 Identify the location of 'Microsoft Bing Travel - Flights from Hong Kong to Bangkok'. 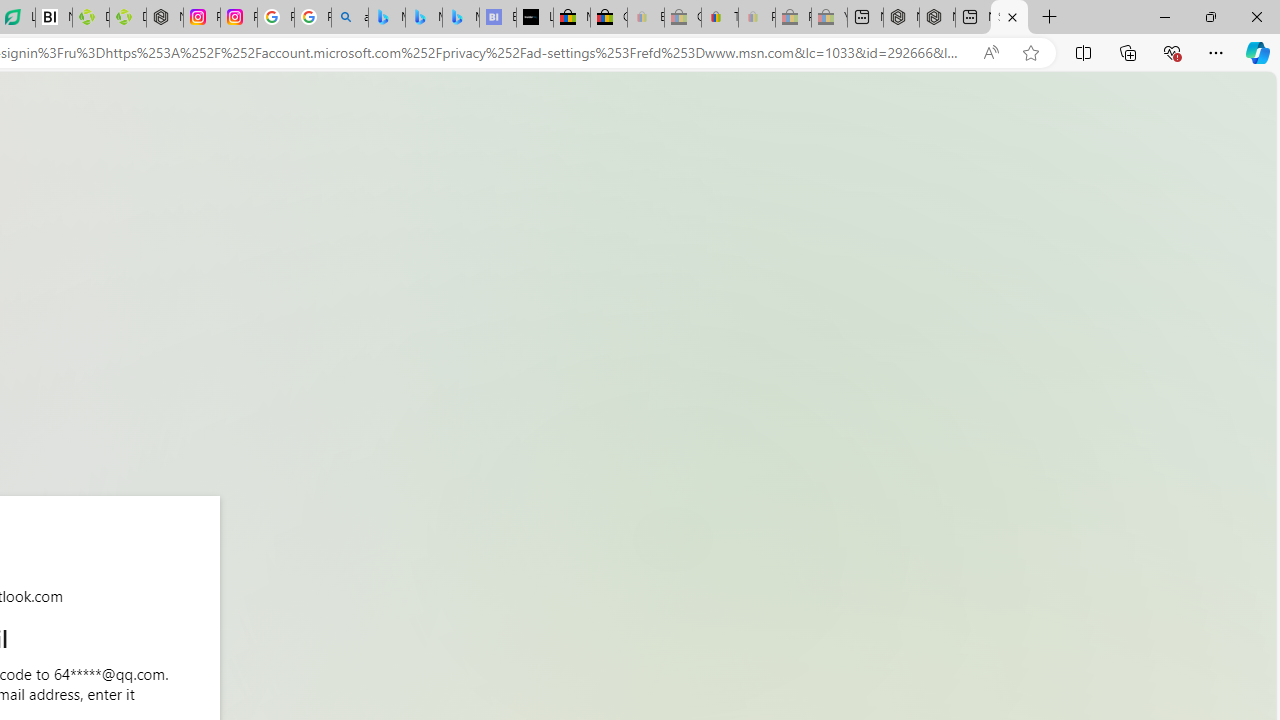
(386, 17).